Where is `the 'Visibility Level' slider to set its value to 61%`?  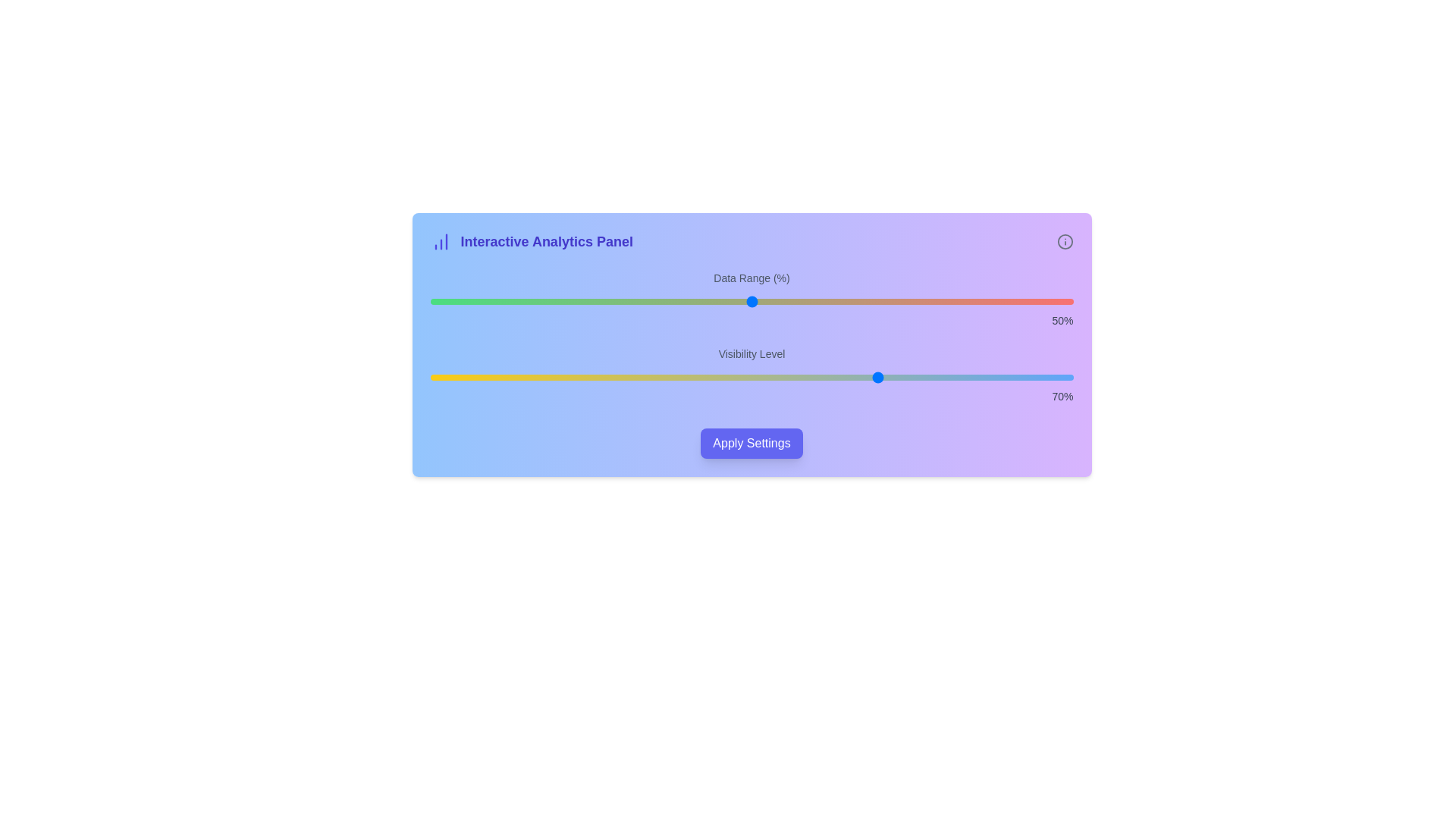 the 'Visibility Level' slider to set its value to 61% is located at coordinates (821, 376).